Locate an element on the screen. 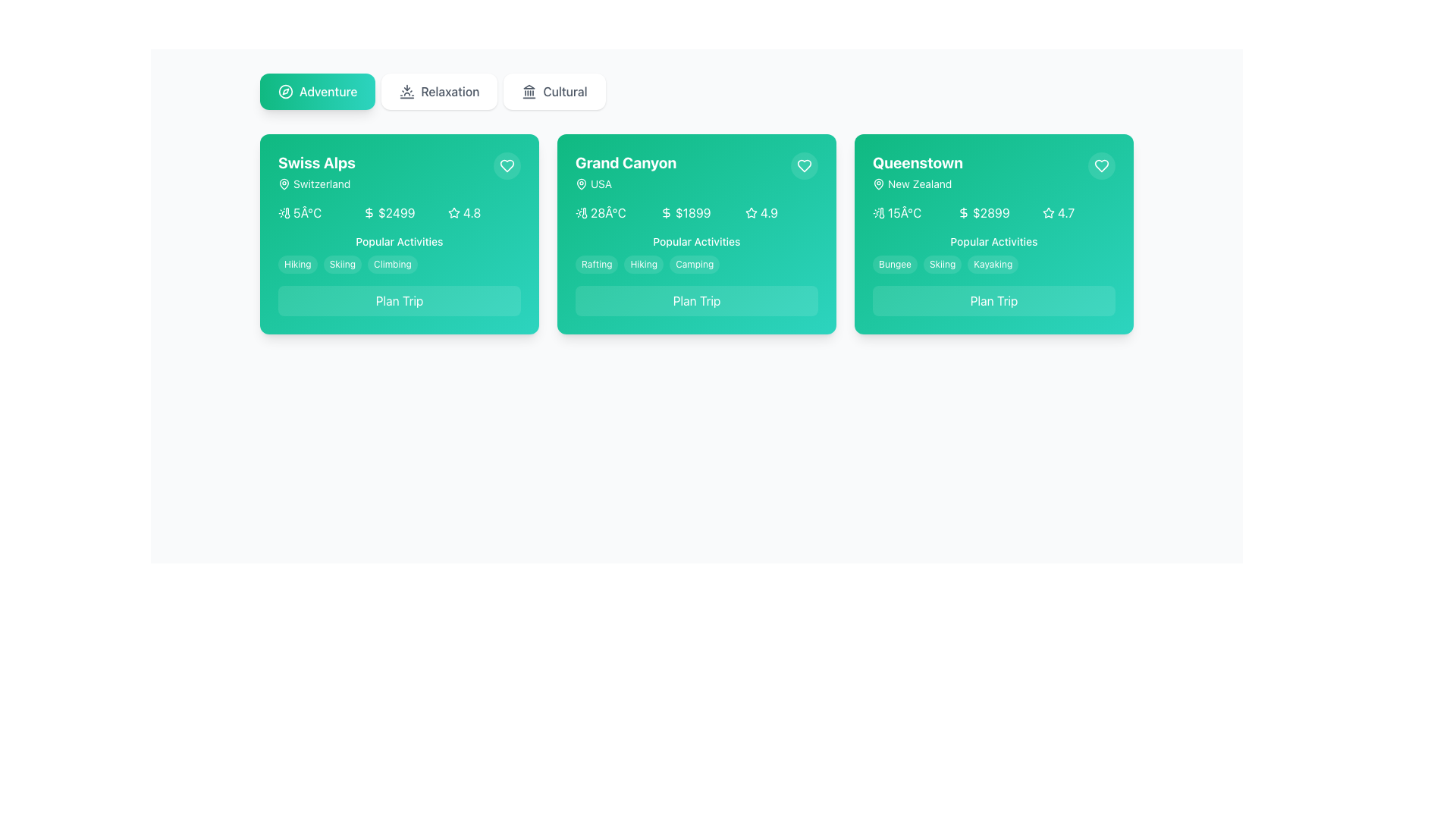 This screenshot has width=1456, height=819. the circular button with a white heart icon located is located at coordinates (1102, 166).